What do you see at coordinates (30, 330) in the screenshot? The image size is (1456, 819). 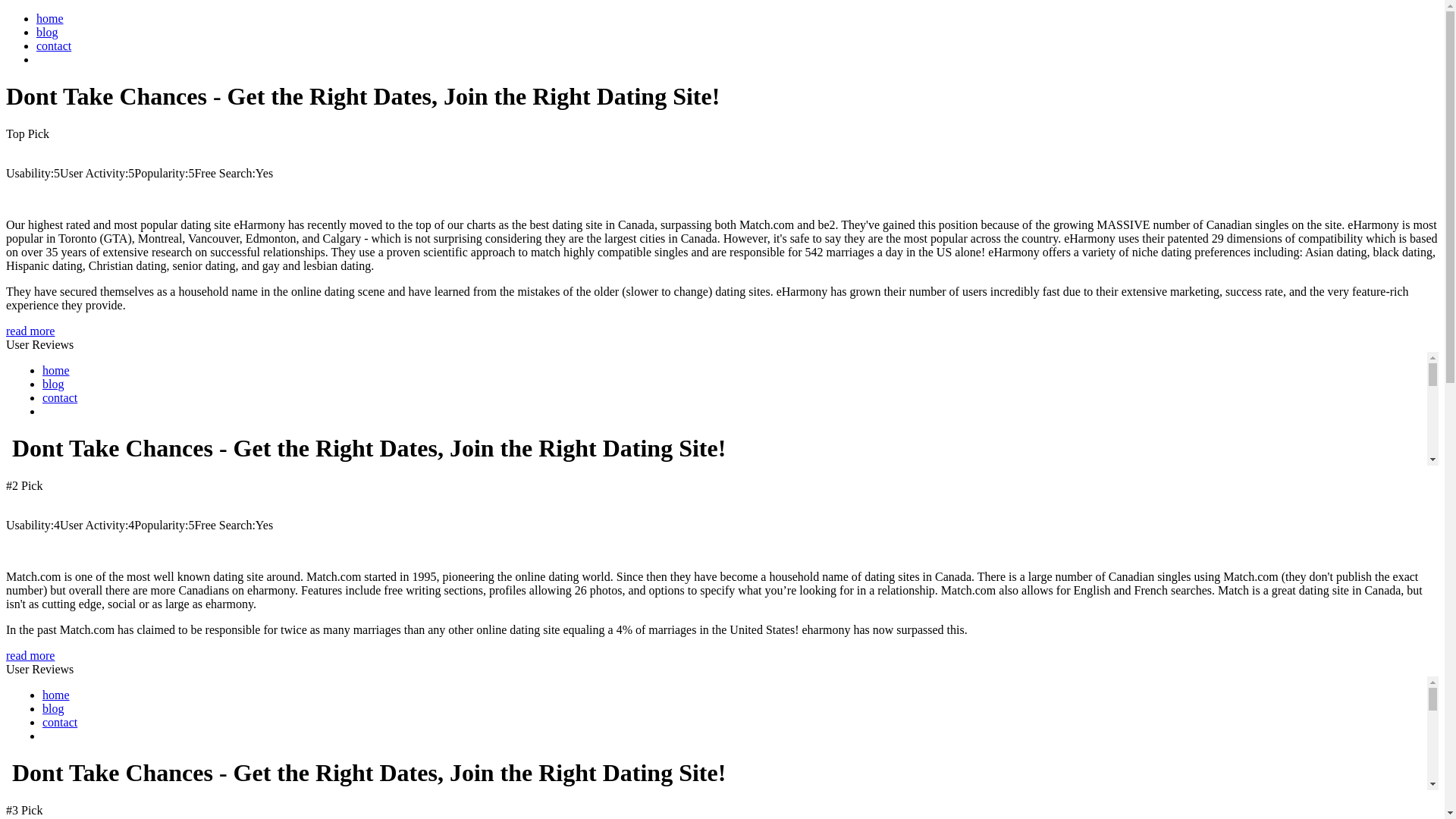 I see `'read more'` at bounding box center [30, 330].